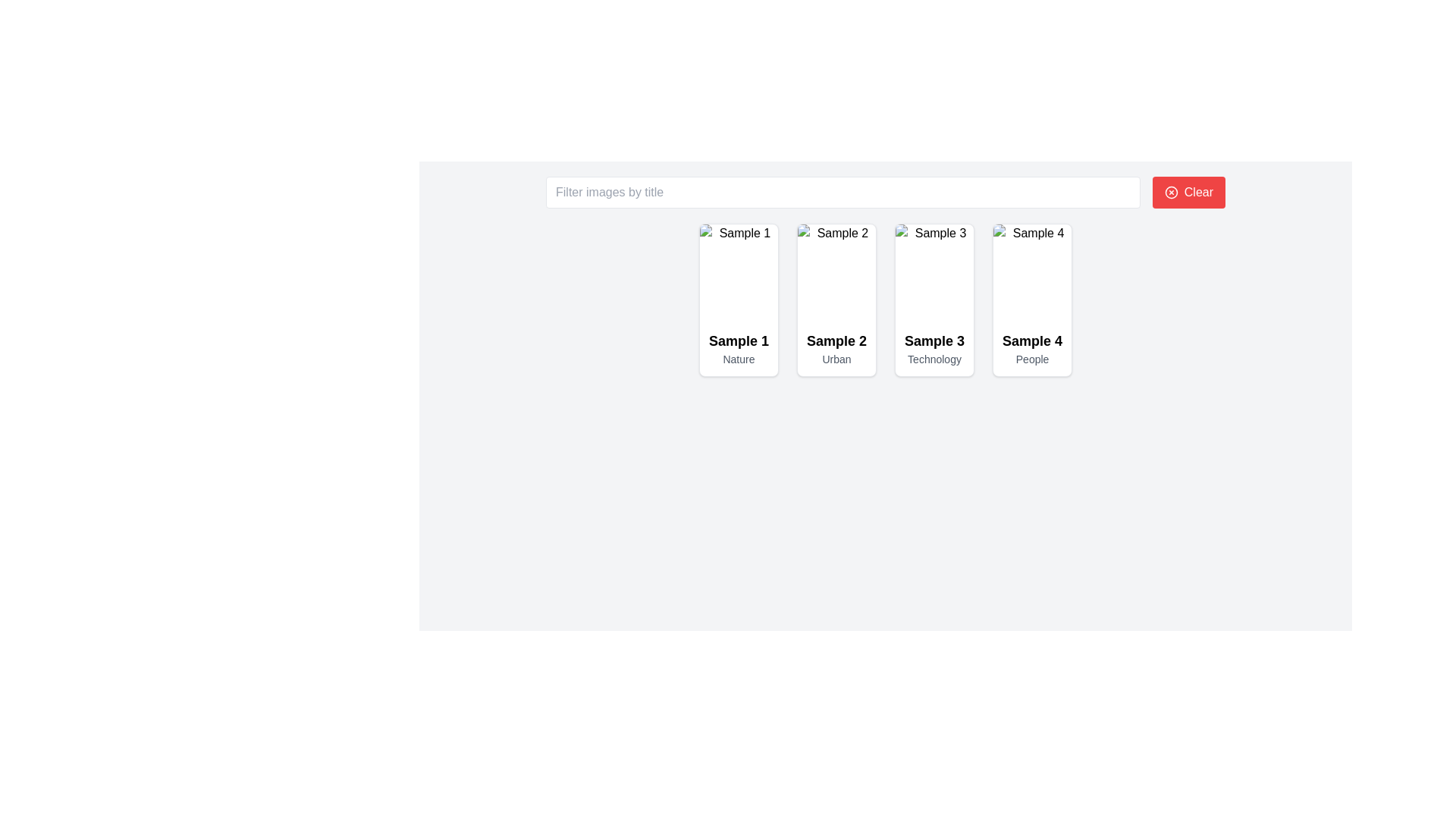 The width and height of the screenshot is (1456, 819). Describe the element at coordinates (836, 359) in the screenshot. I see `descriptive text located directly below the header 'Sample 2' in the second card of the horizontally arranged series of cards` at that location.